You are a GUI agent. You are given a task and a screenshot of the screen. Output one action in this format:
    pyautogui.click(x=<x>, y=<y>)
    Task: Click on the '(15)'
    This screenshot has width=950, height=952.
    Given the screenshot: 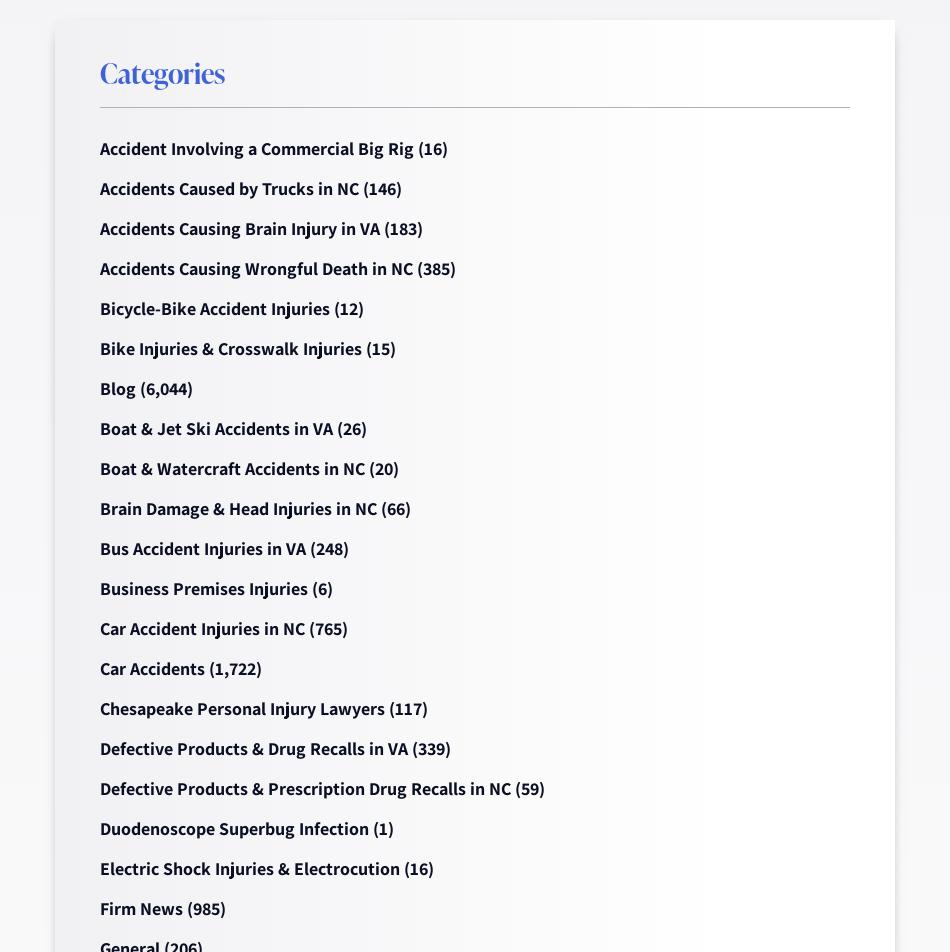 What is the action you would take?
    pyautogui.click(x=377, y=348)
    